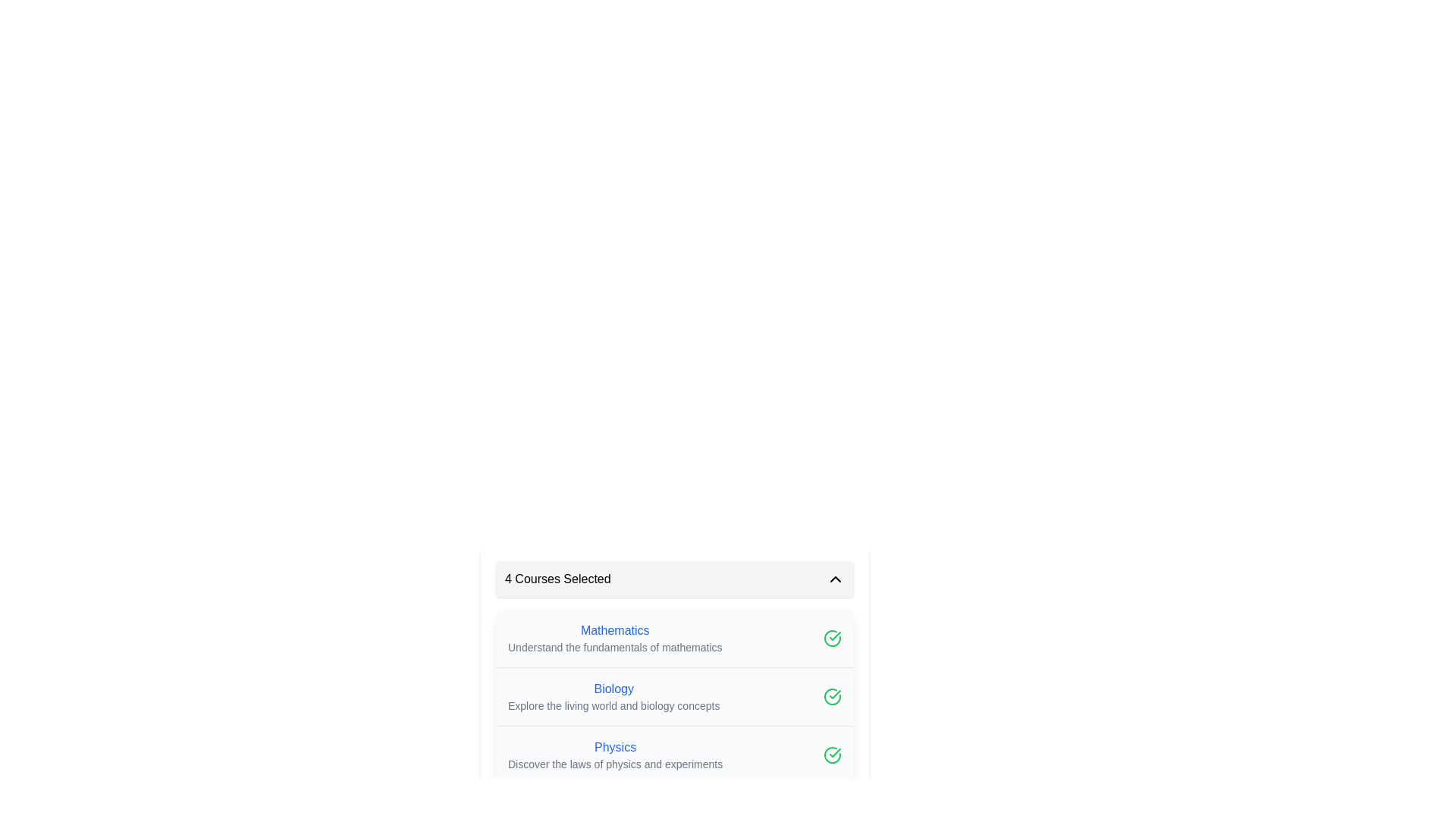 The image size is (1456, 819). Describe the element at coordinates (832, 755) in the screenshot. I see `the visual representation of the checkmark icon indicating completion for the courses 'Mathematics' and 'Biology', located in the rightmost column of the table` at that location.